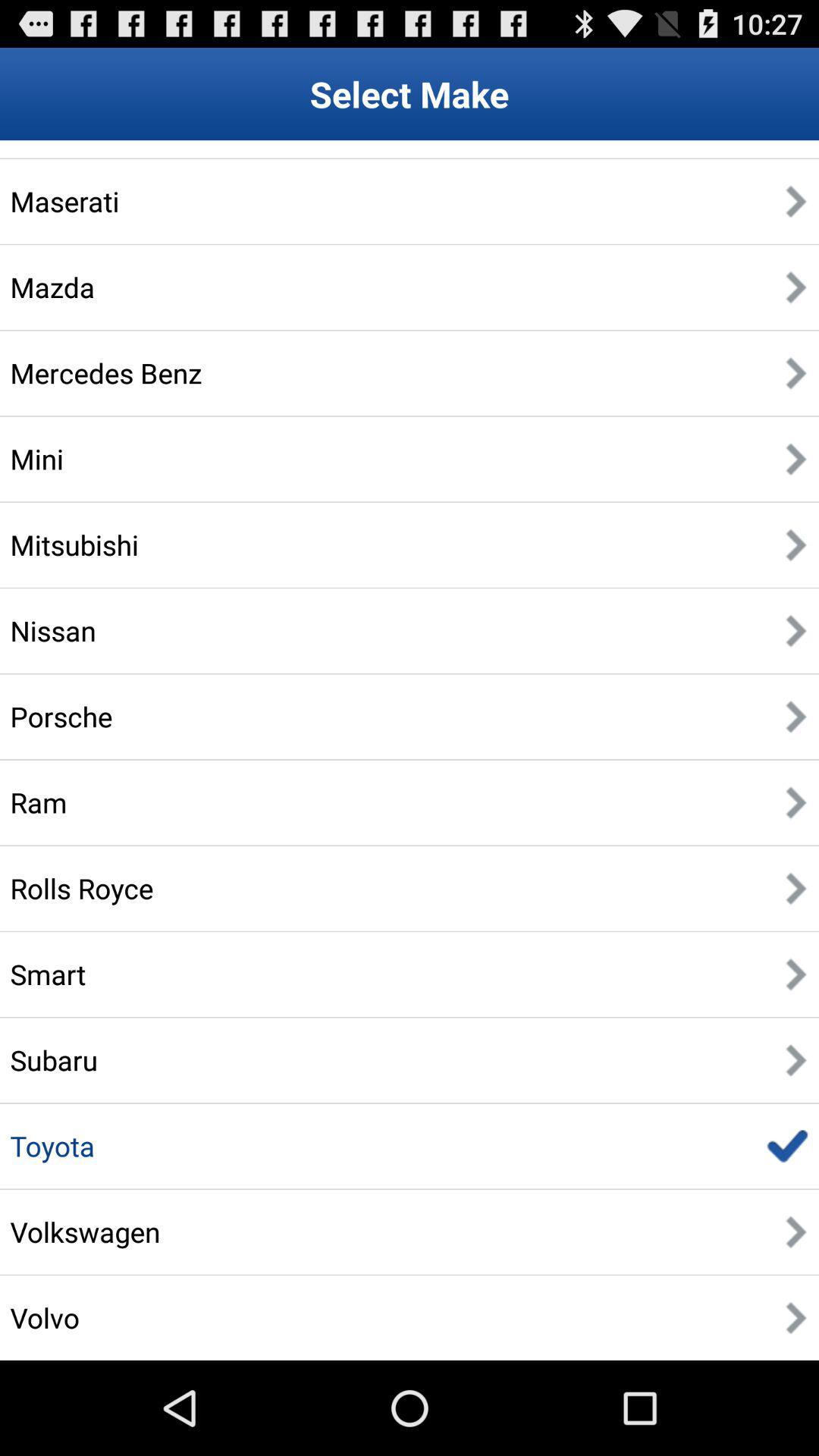  Describe the element at coordinates (36, 458) in the screenshot. I see `the item below mercedes benz icon` at that location.